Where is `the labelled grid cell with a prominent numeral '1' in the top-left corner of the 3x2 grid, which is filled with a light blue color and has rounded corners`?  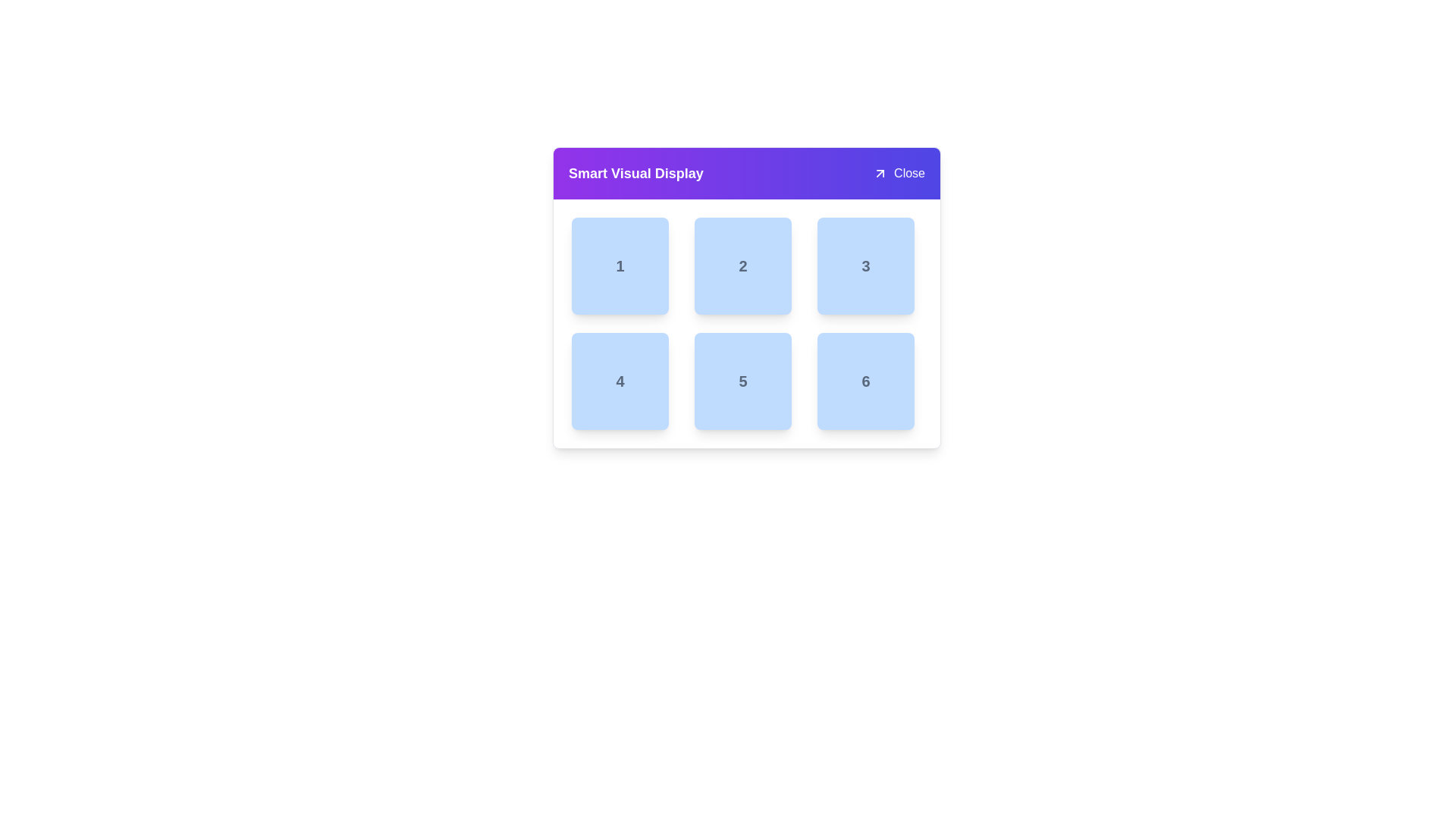 the labelled grid cell with a prominent numeral '1' in the top-left corner of the 3x2 grid, which is filled with a light blue color and has rounded corners is located at coordinates (620, 265).